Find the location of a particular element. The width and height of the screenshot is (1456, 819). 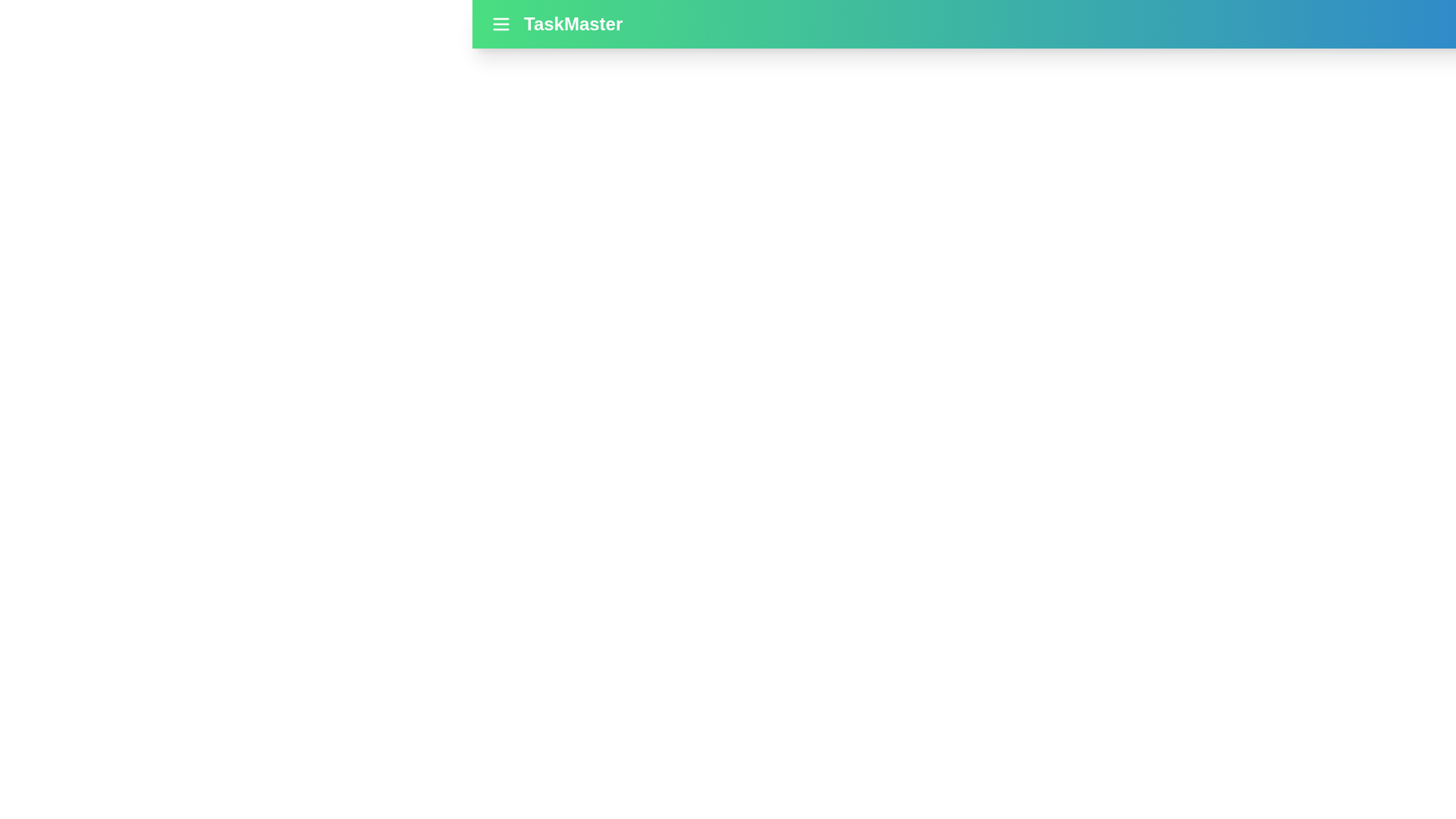

the app title 'TaskMaster' to focus on it is located at coordinates (556, 24).